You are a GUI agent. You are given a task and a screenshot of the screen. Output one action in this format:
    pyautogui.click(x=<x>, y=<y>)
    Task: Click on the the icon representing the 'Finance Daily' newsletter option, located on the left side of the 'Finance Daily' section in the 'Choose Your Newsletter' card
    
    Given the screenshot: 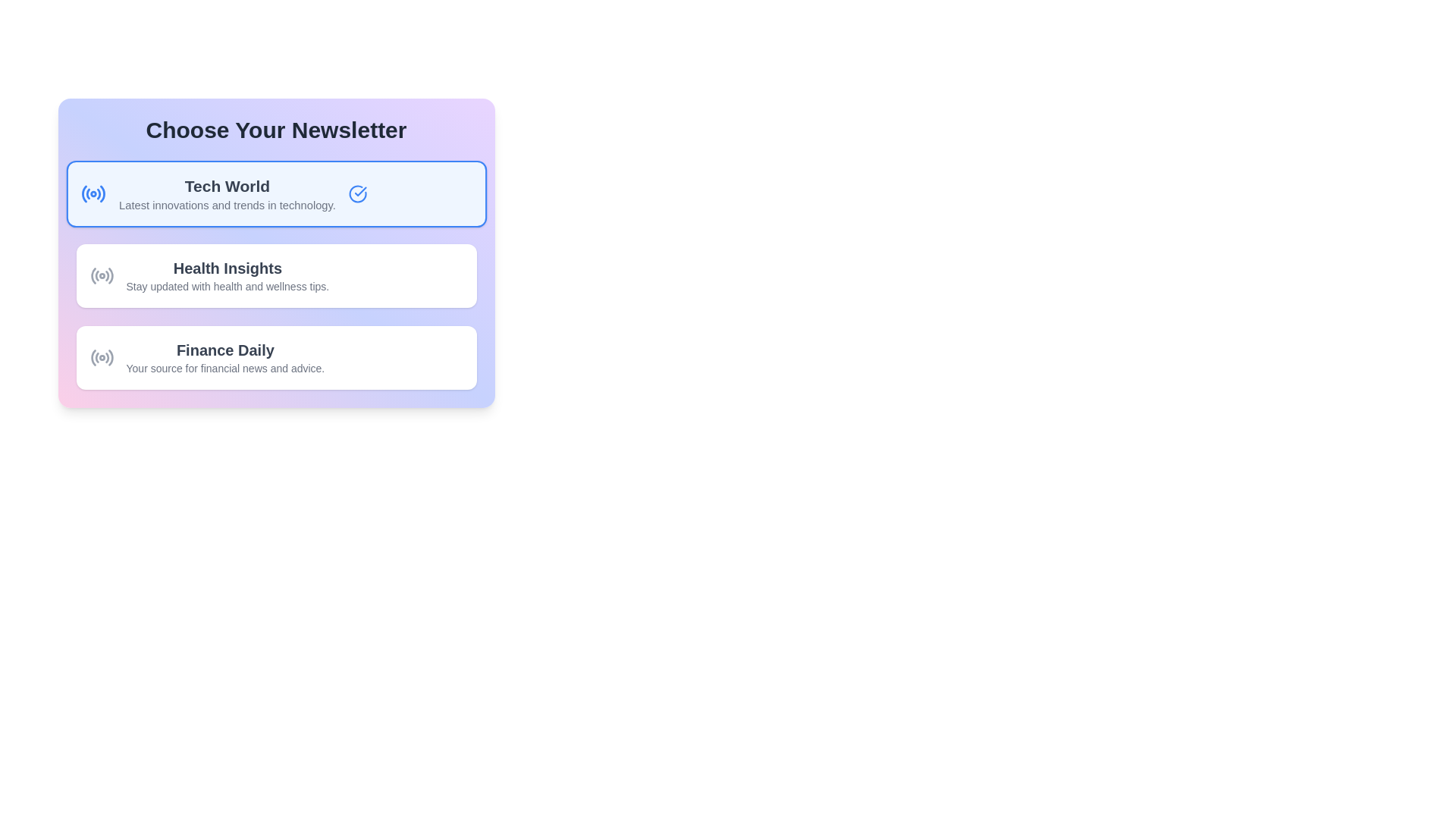 What is the action you would take?
    pyautogui.click(x=101, y=357)
    